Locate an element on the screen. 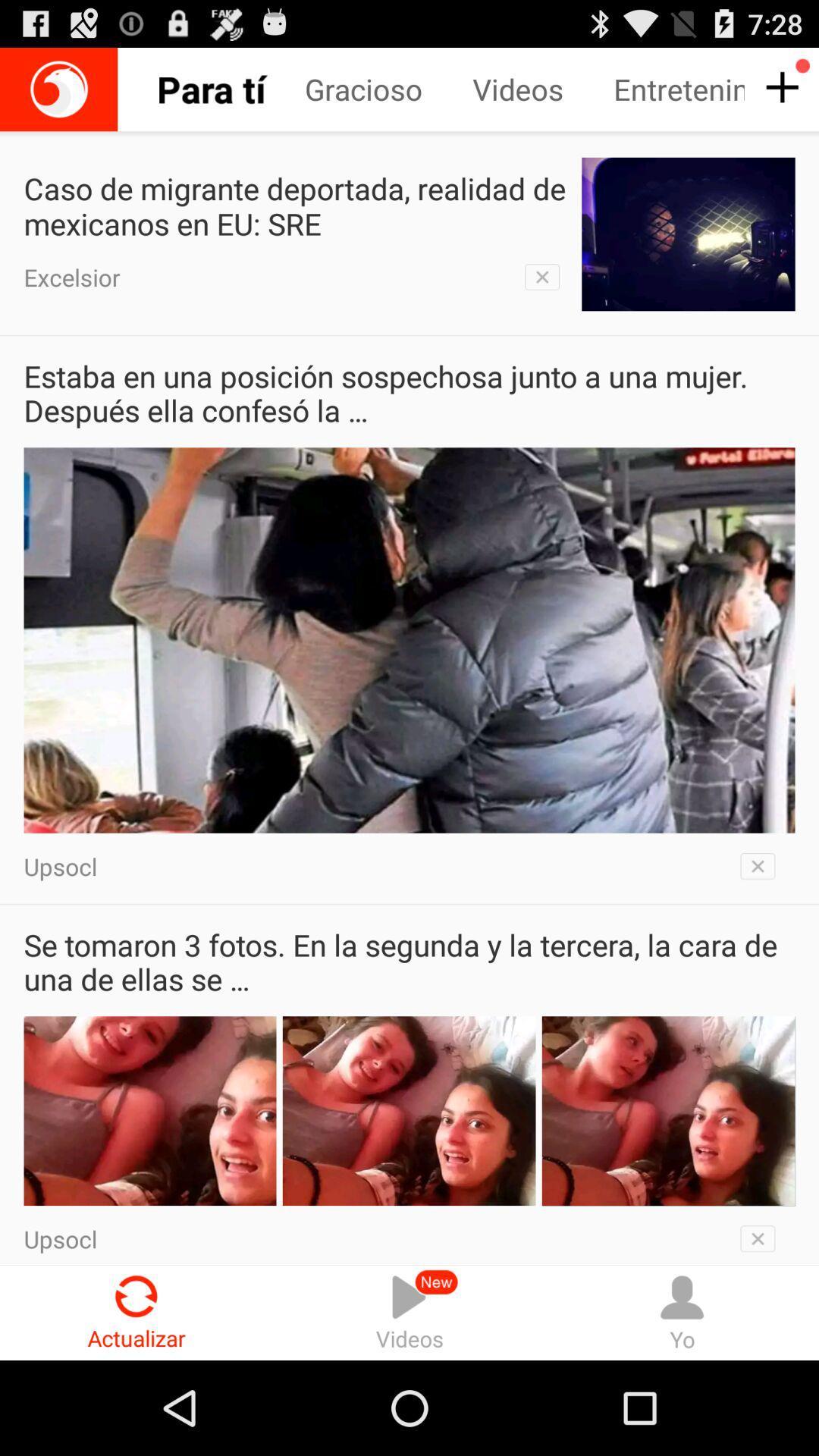 The width and height of the screenshot is (819, 1456). actualizar is located at coordinates (136, 1312).